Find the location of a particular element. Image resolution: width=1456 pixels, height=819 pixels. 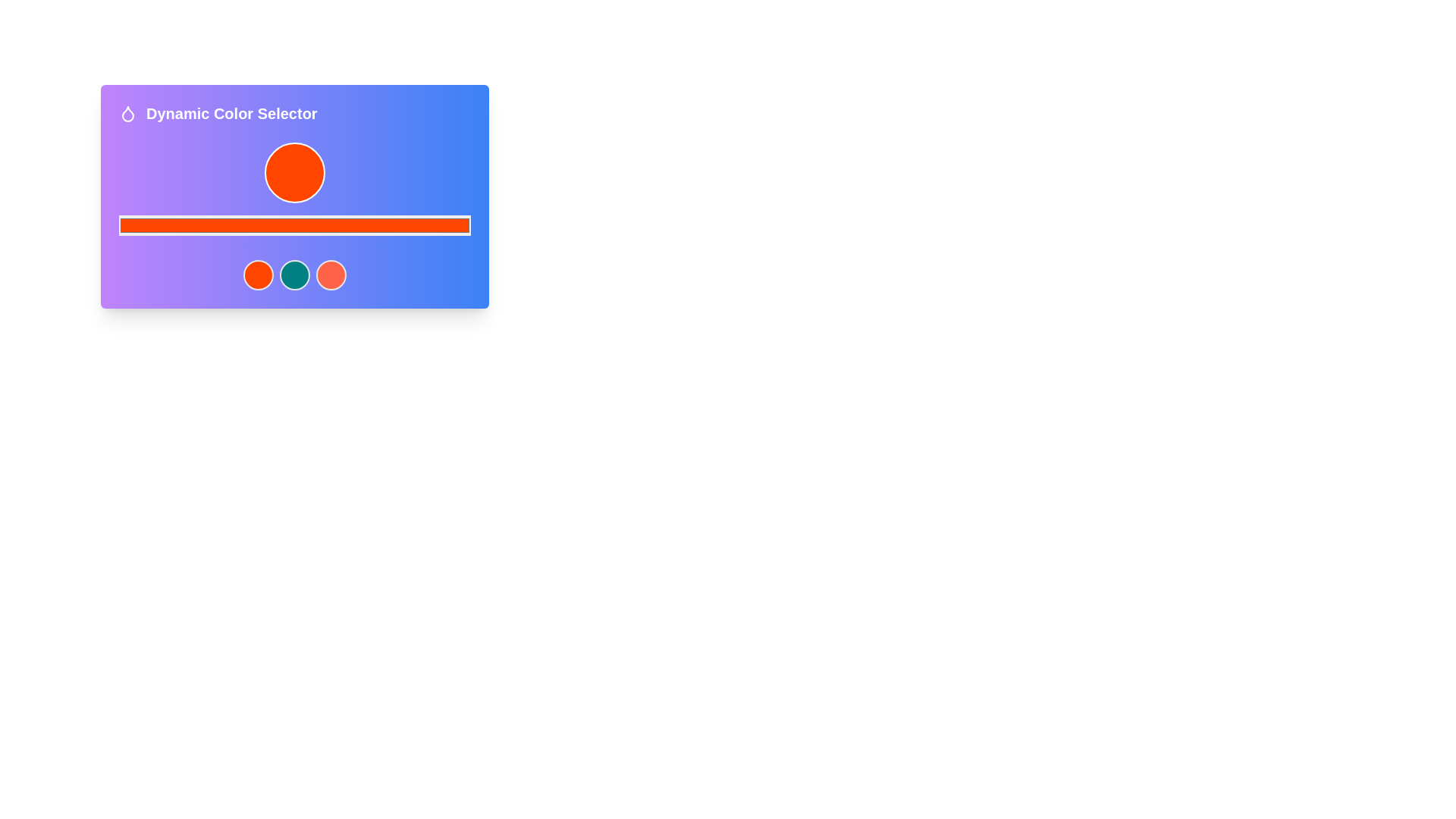

the teal button in the group of interactive color selector buttons located below the color picker bar and a large colored circle is located at coordinates (294, 275).